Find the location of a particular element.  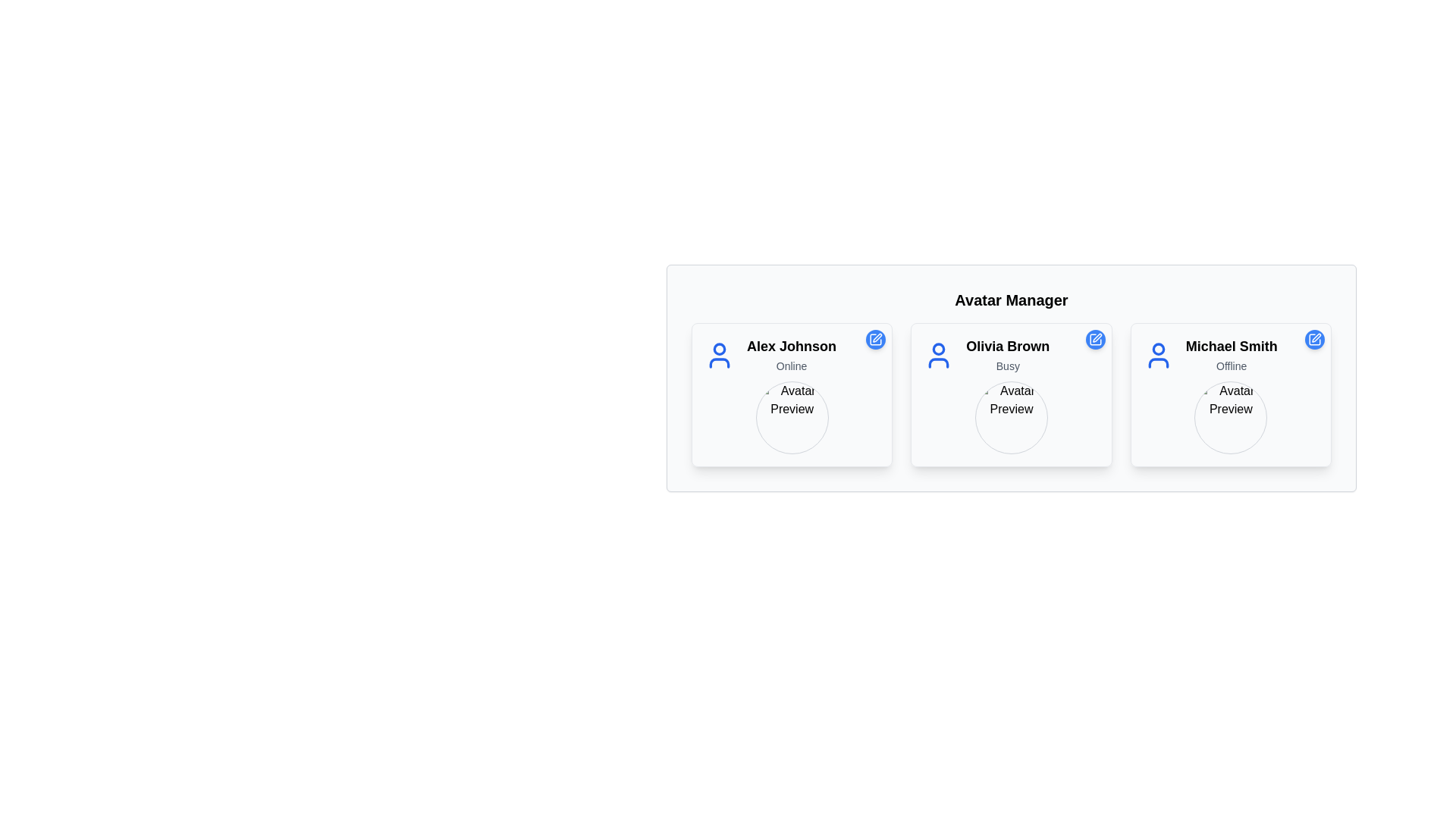

the circular head representation of the avatar icon for 'Alex Johnson' located at the top of the avatar card is located at coordinates (719, 348).